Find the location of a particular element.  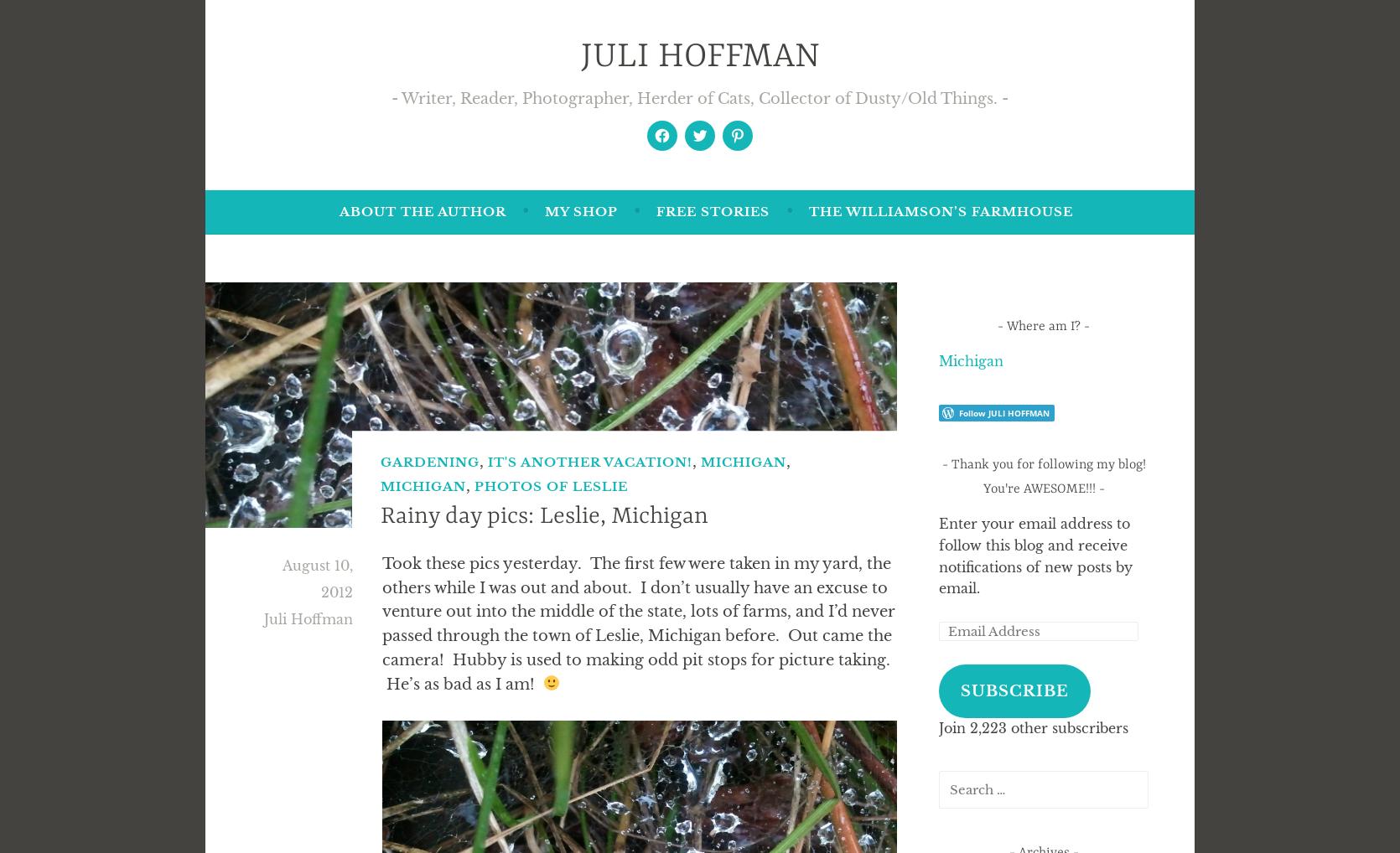

'About the Author' is located at coordinates (338, 209).